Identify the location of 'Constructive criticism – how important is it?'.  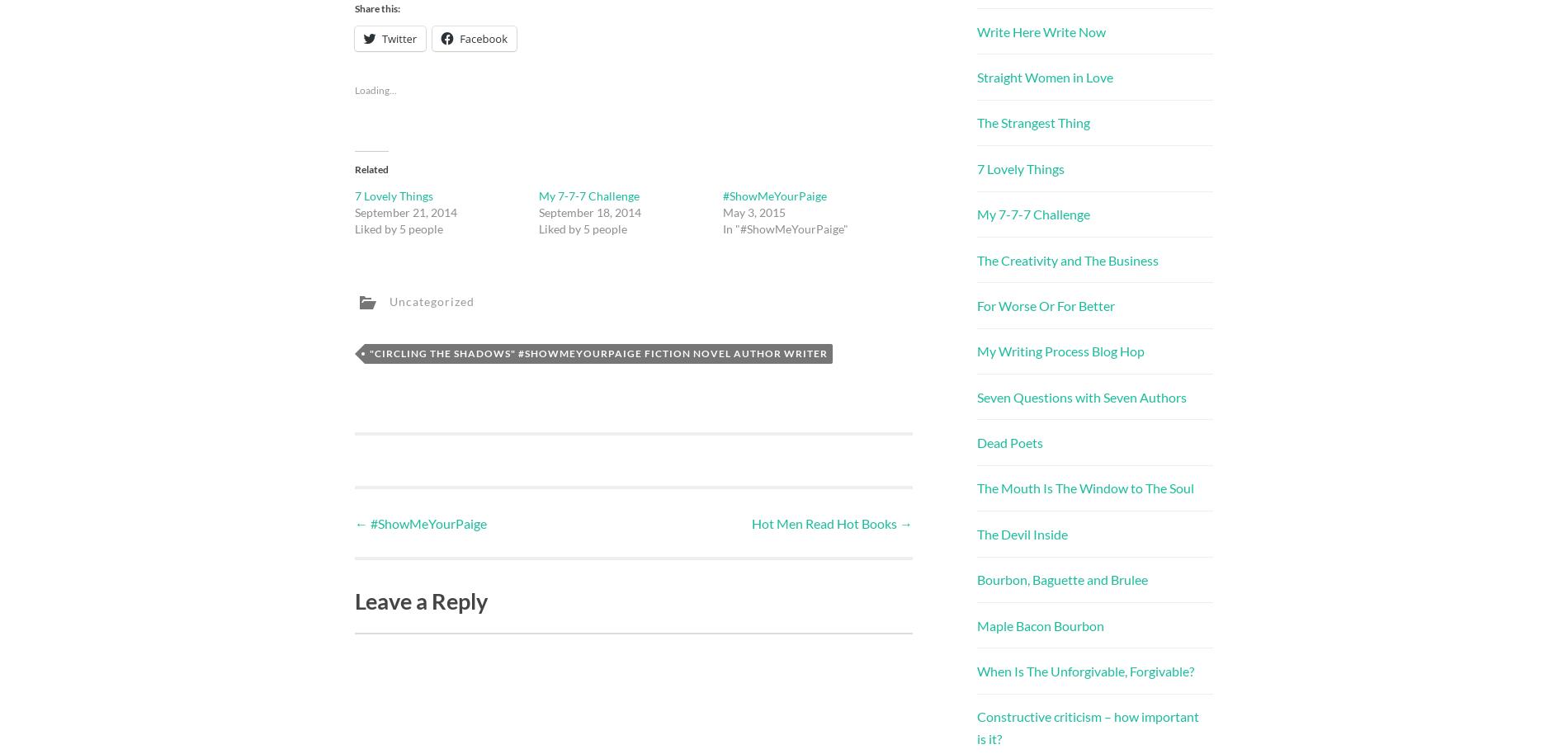
(1087, 727).